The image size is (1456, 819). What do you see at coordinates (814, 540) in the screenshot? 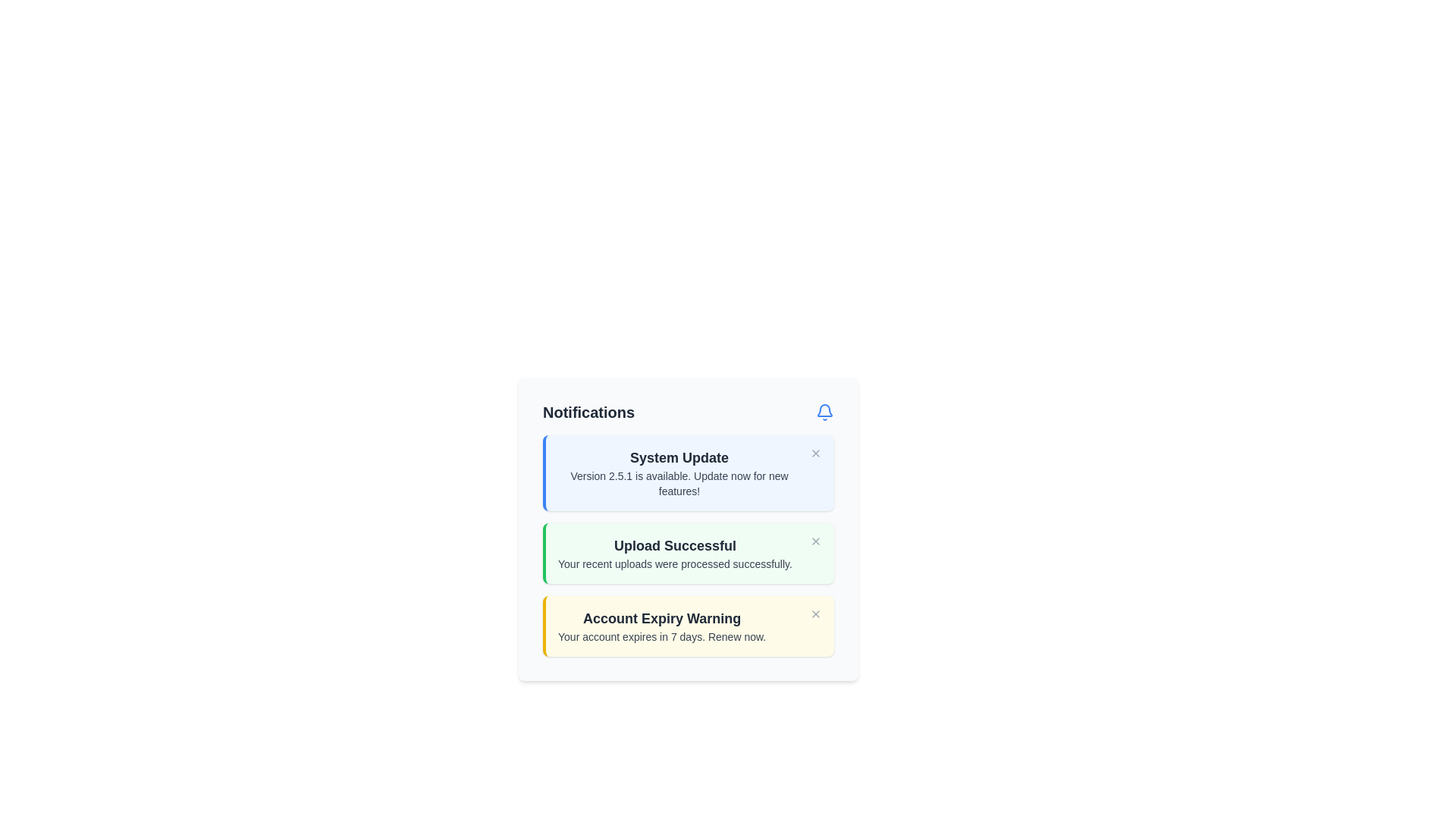
I see `the close button located in the top-right corner of the 'Upload Successful' notification card` at bounding box center [814, 540].